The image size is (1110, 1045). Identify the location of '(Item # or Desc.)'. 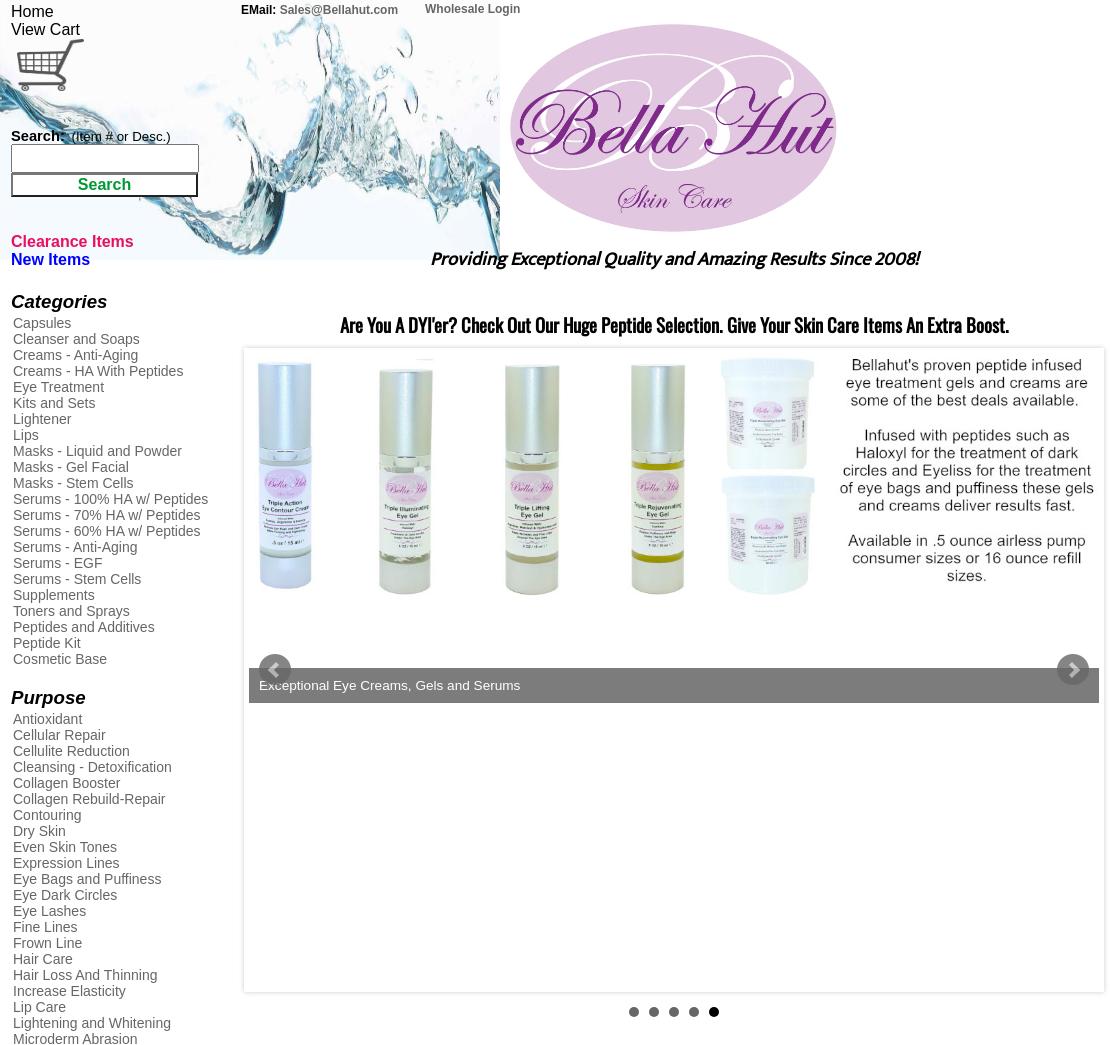
(120, 135).